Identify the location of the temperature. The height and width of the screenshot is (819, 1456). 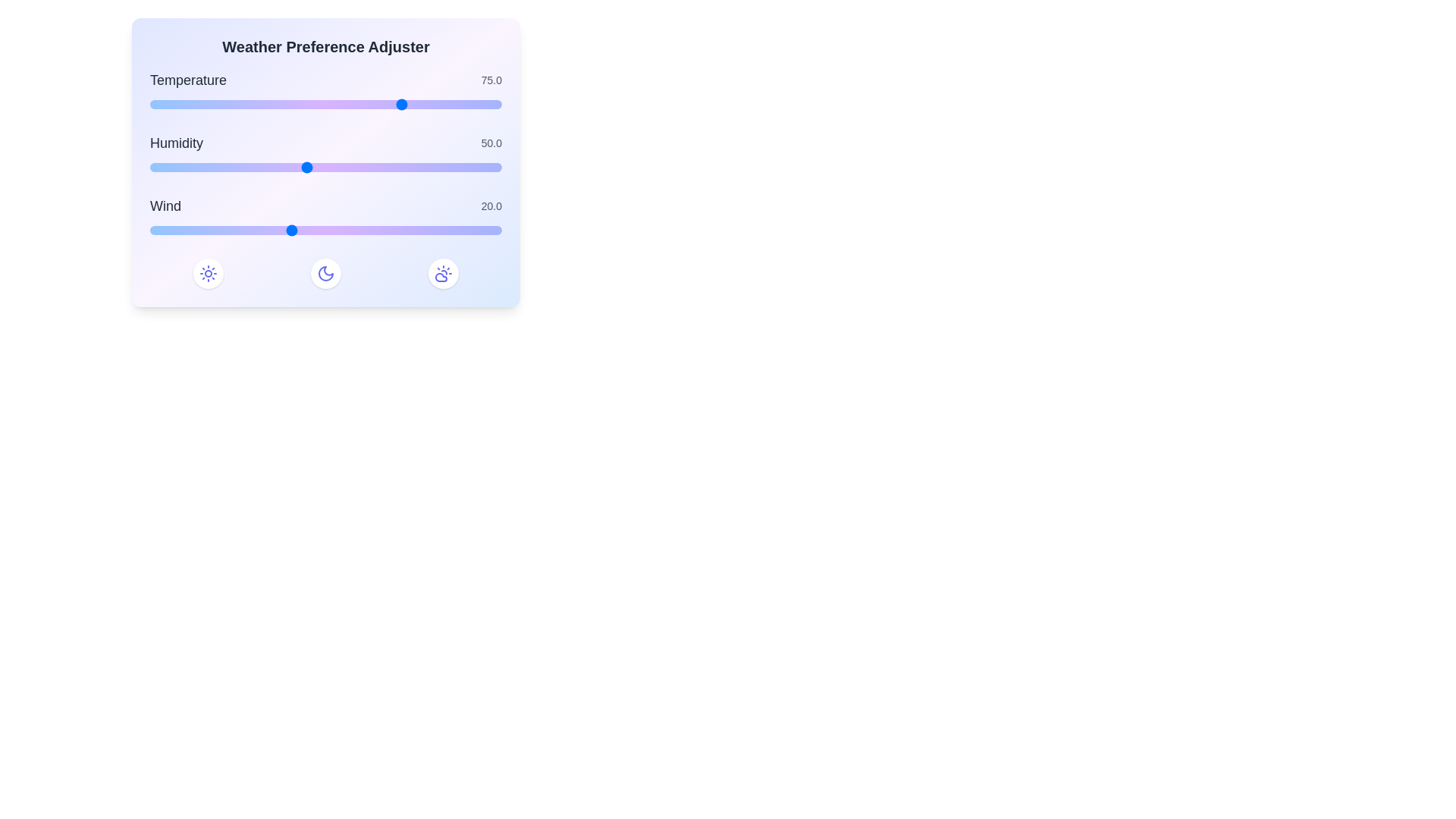
(158, 104).